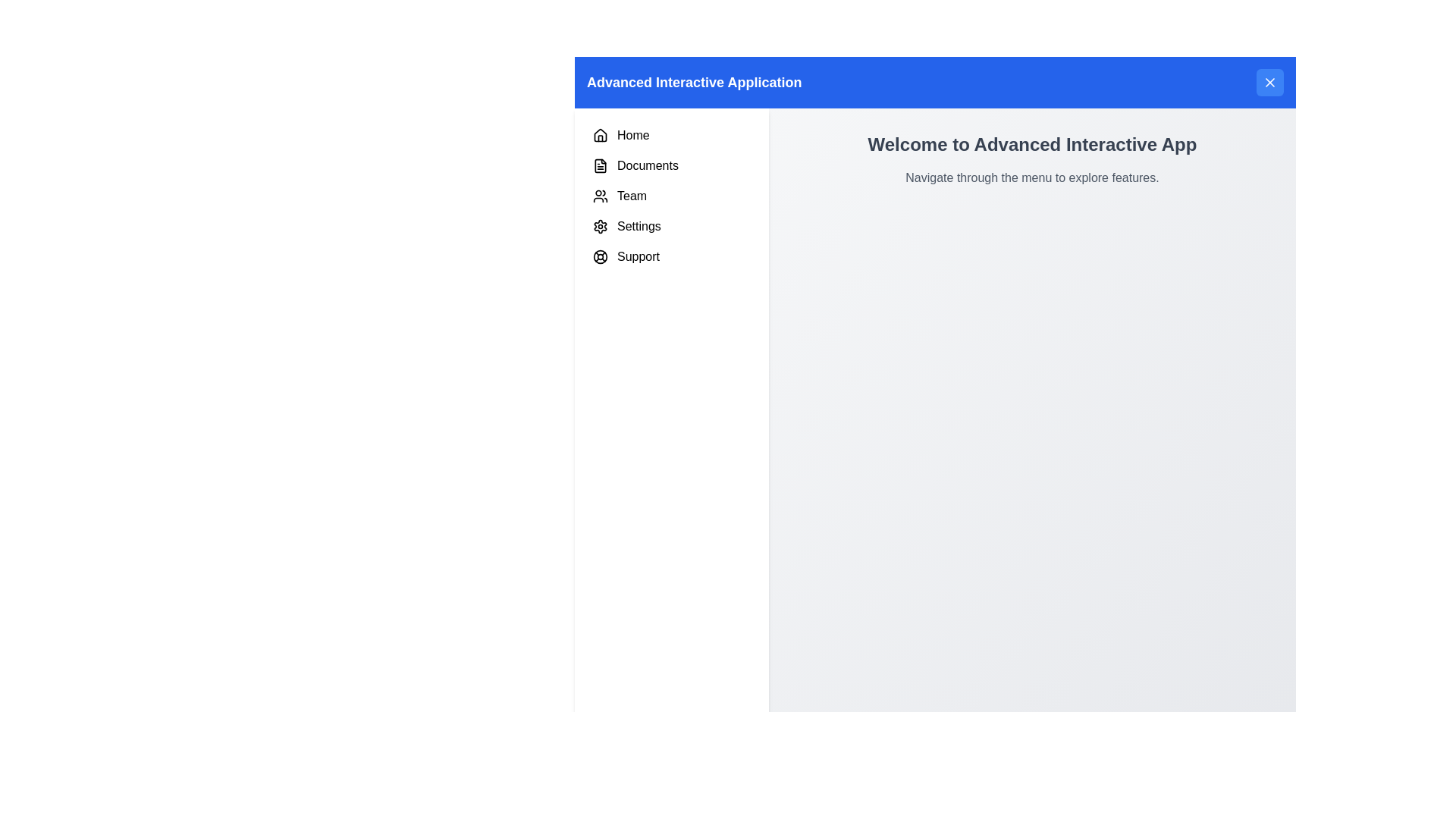  What do you see at coordinates (633, 134) in the screenshot?
I see `the 'Home' text label in the vertical navigation menu` at bounding box center [633, 134].